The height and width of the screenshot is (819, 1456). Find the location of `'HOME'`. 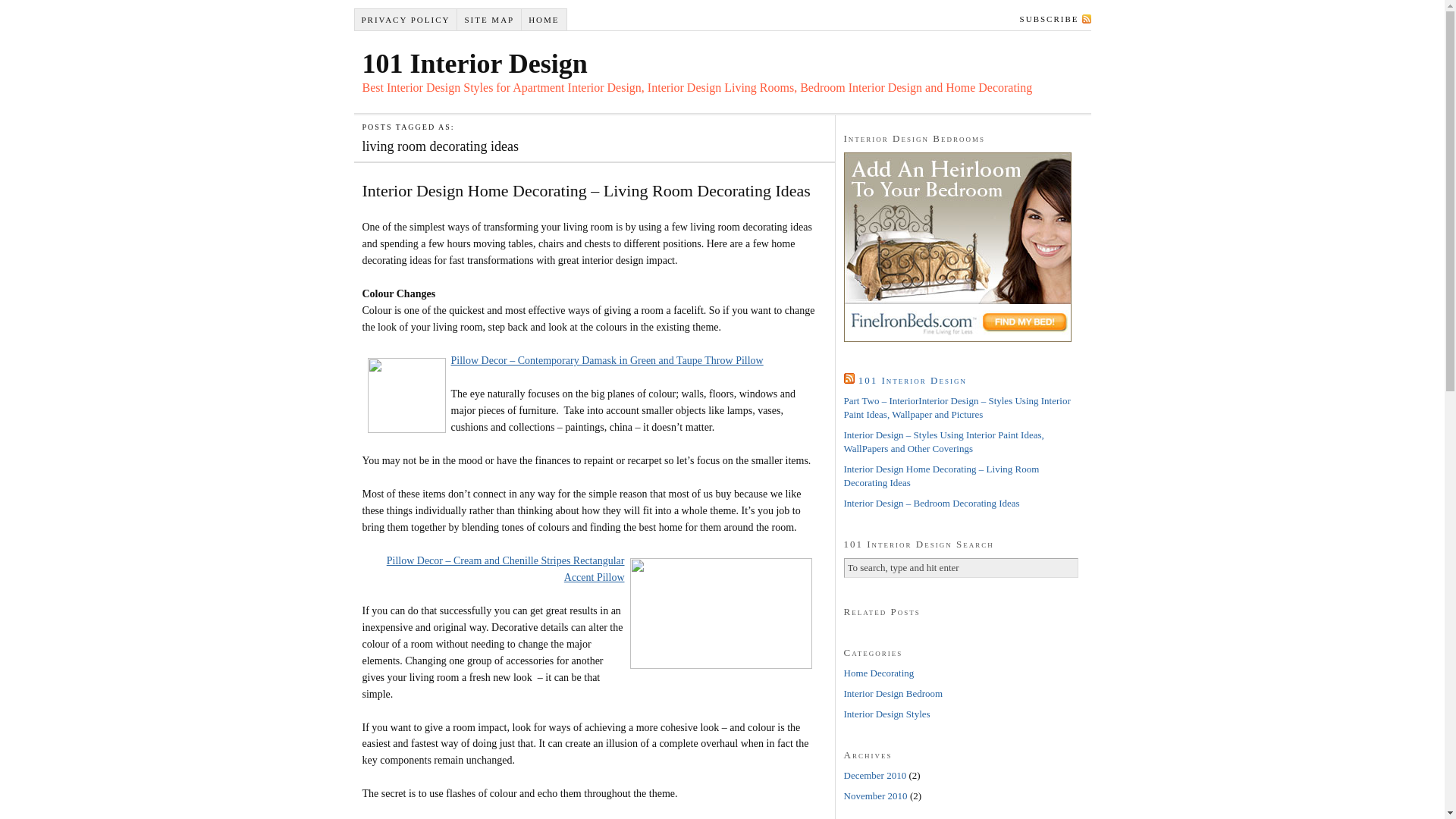

'HOME' is located at coordinates (544, 20).